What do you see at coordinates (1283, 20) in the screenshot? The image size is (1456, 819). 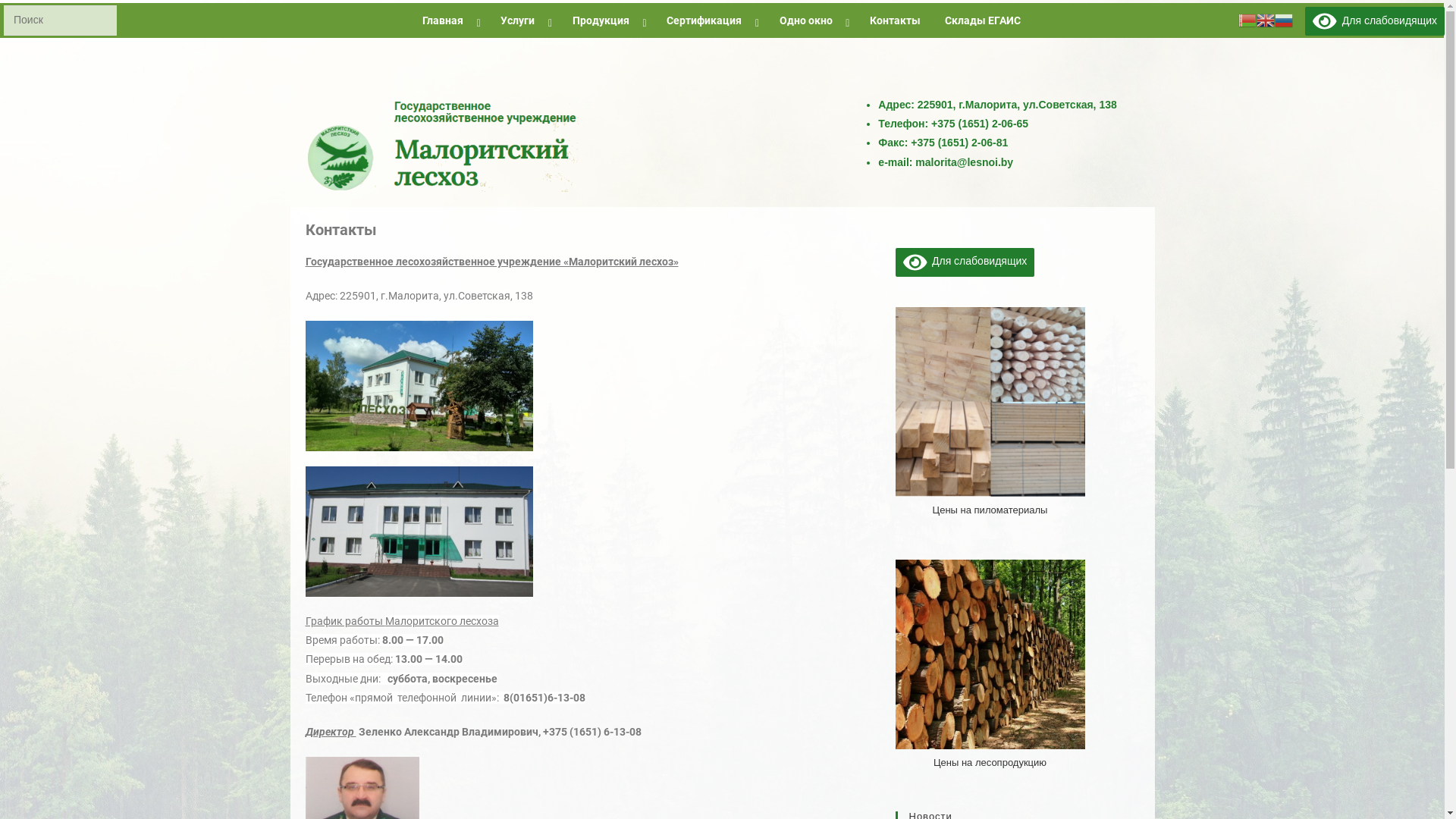 I see `'Russian'` at bounding box center [1283, 20].